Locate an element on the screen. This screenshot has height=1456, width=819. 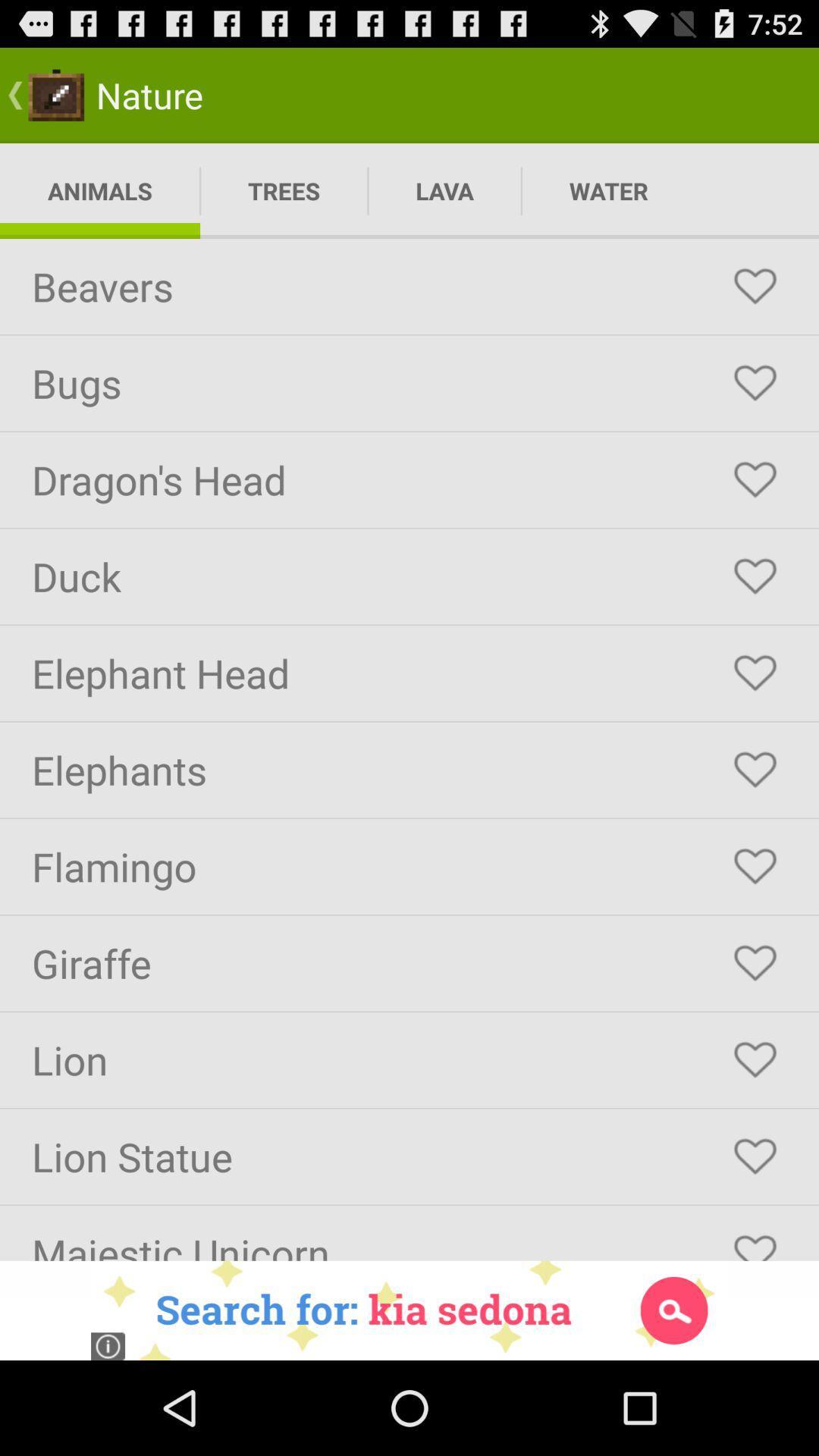
giraffe to favorites is located at coordinates (755, 962).